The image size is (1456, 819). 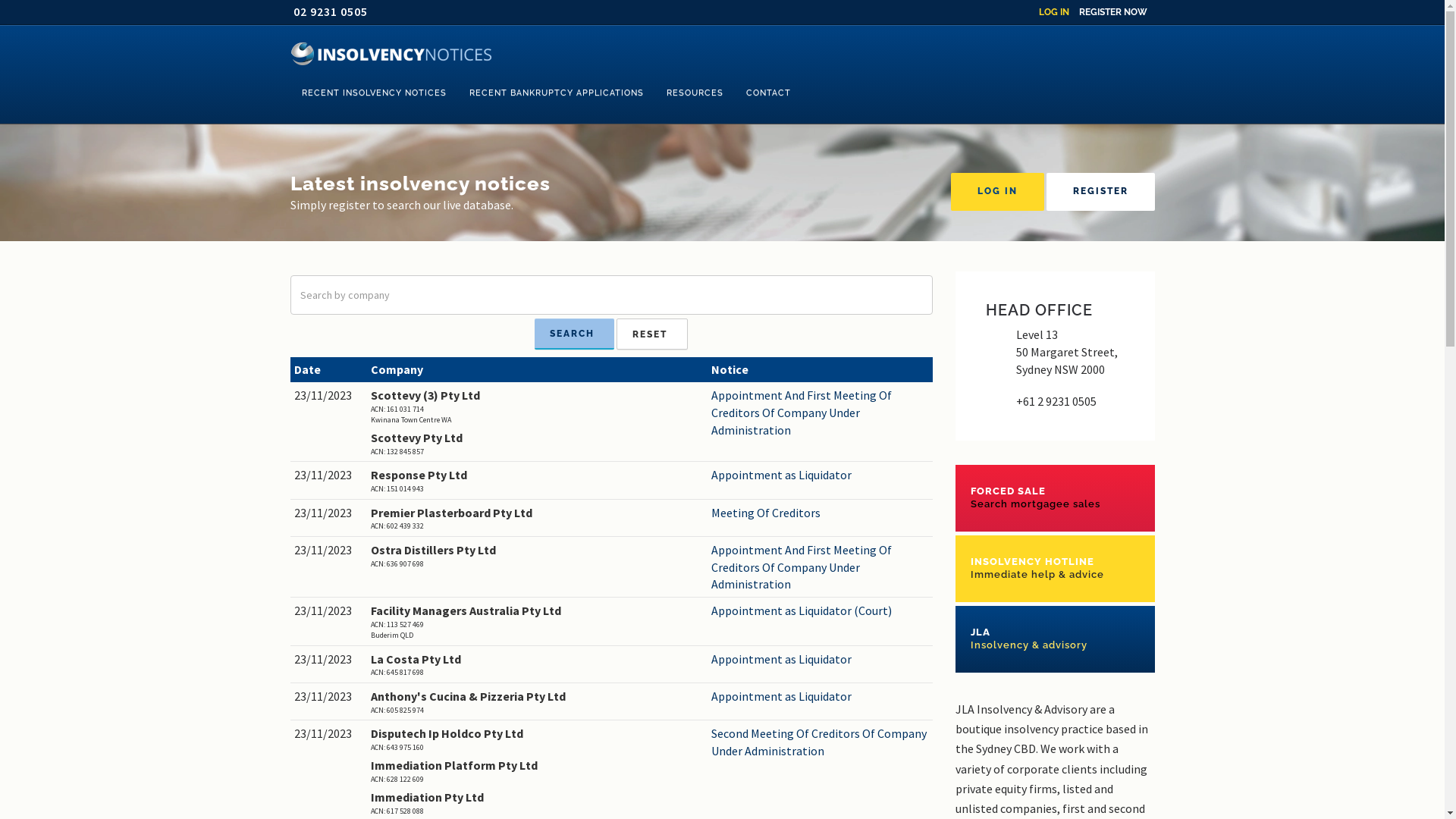 What do you see at coordinates (694, 93) in the screenshot?
I see `'RESOURCES'` at bounding box center [694, 93].